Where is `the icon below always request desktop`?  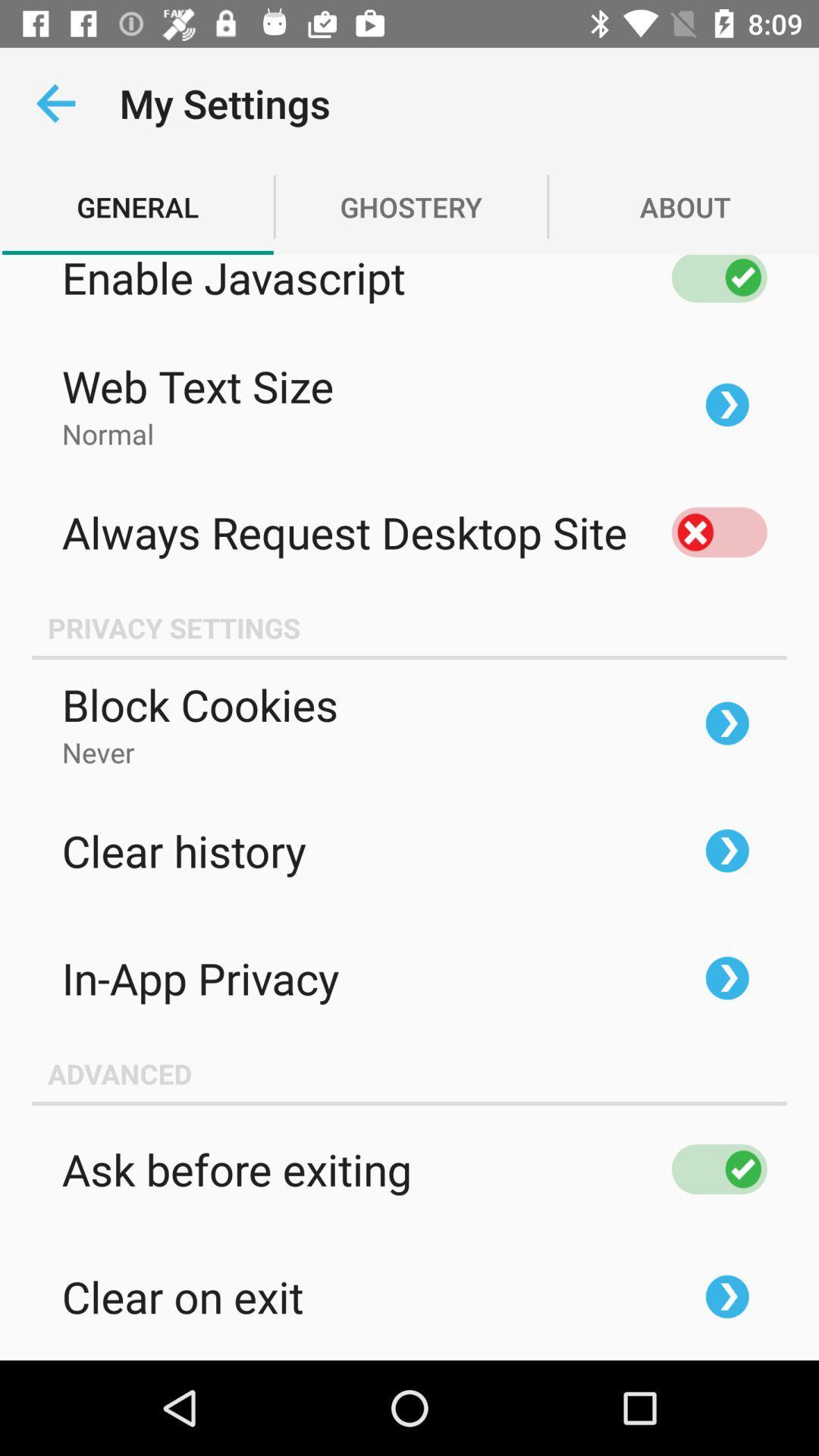
the icon below always request desktop is located at coordinates (409, 628).